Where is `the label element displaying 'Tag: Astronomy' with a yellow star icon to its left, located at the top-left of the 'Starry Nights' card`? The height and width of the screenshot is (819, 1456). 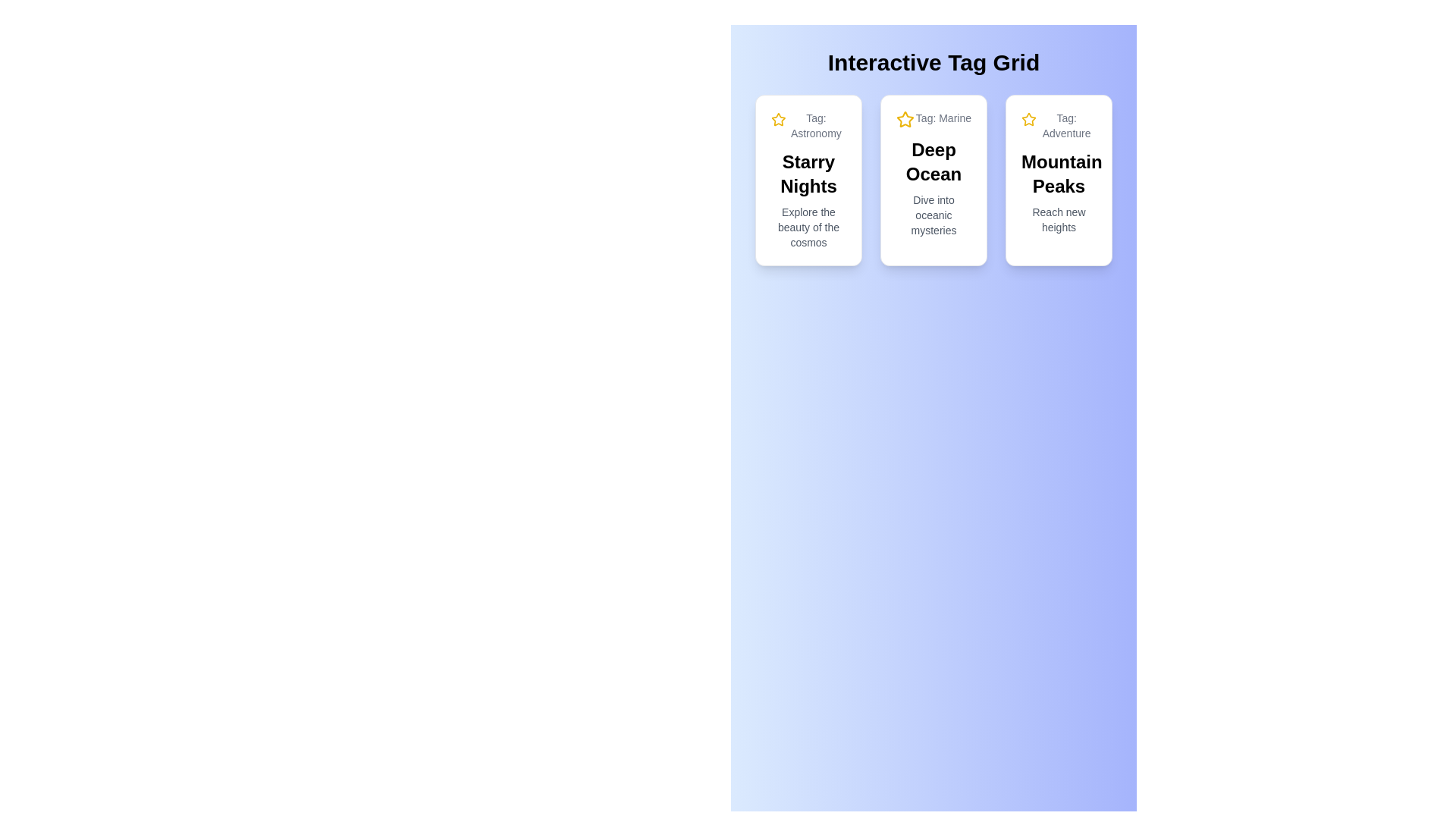
the label element displaying 'Tag: Astronomy' with a yellow star icon to its left, located at the top-left of the 'Starry Nights' card is located at coordinates (808, 124).